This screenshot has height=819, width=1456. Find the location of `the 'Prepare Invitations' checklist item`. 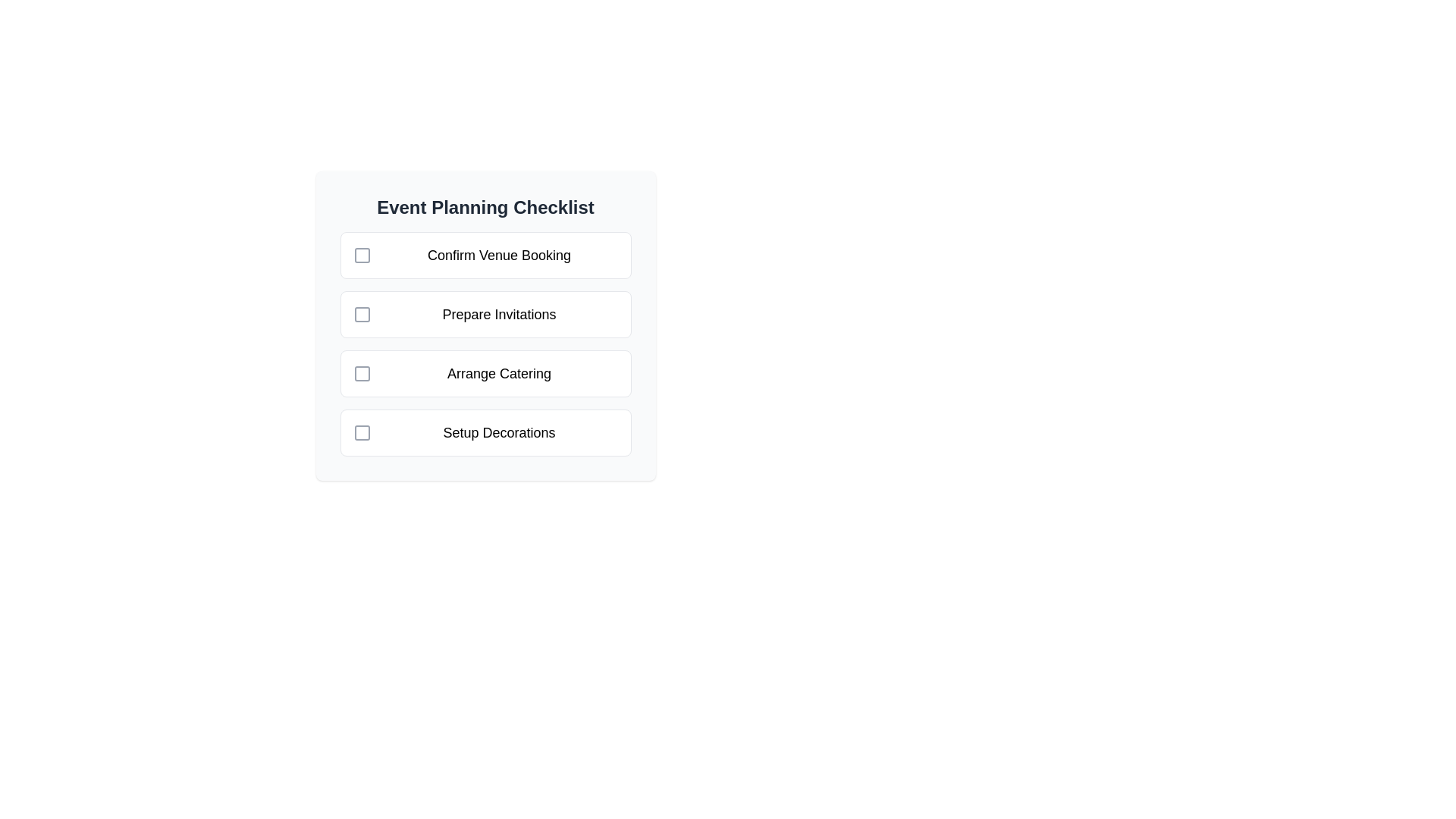

the 'Prepare Invitations' checklist item is located at coordinates (485, 325).